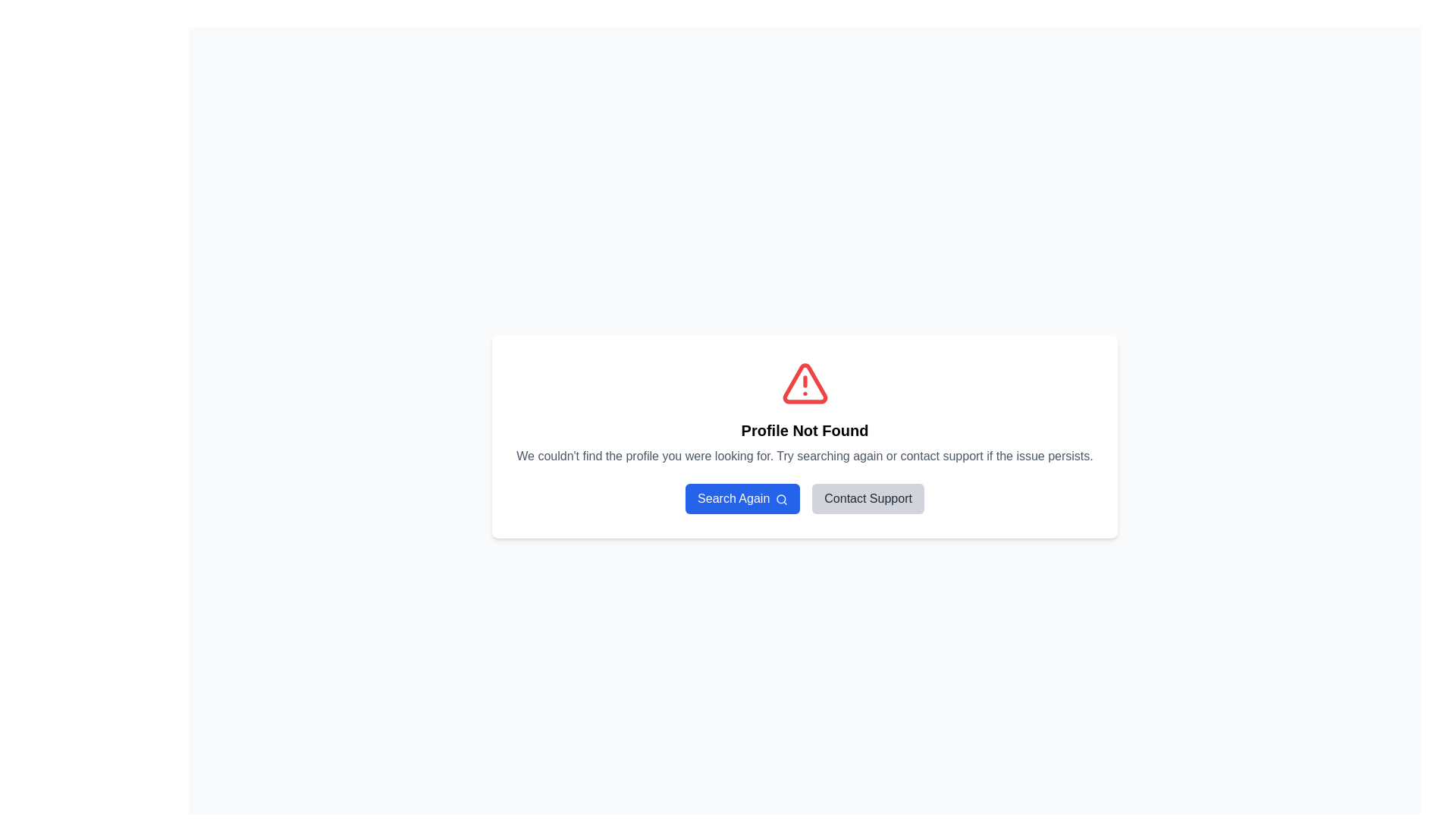 The width and height of the screenshot is (1456, 819). Describe the element at coordinates (868, 499) in the screenshot. I see `the 'Contact Support' button with rounded corners and a light gray background` at that location.